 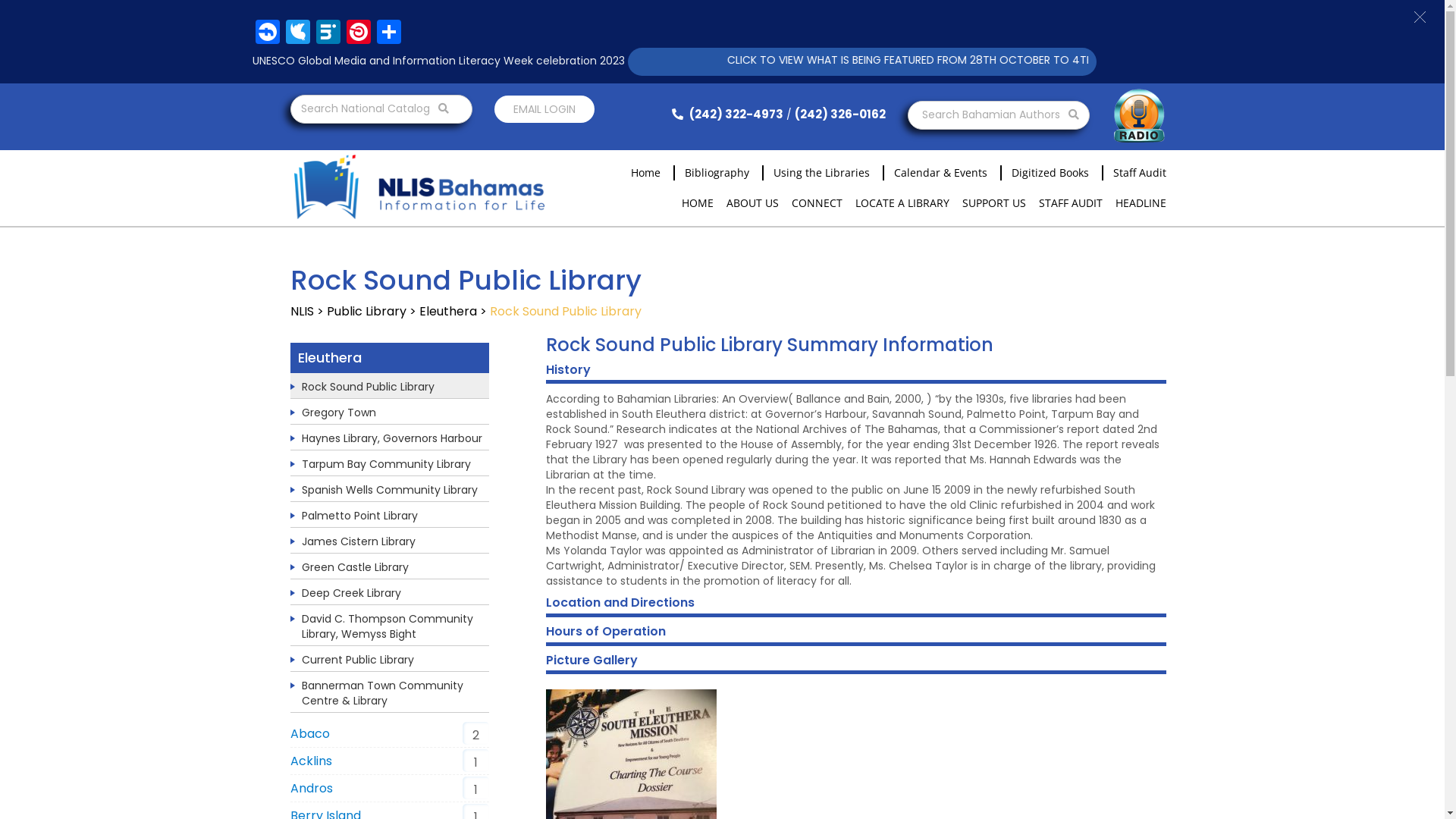 What do you see at coordinates (723, 113) in the screenshot?
I see `'(242) 322-4973'` at bounding box center [723, 113].